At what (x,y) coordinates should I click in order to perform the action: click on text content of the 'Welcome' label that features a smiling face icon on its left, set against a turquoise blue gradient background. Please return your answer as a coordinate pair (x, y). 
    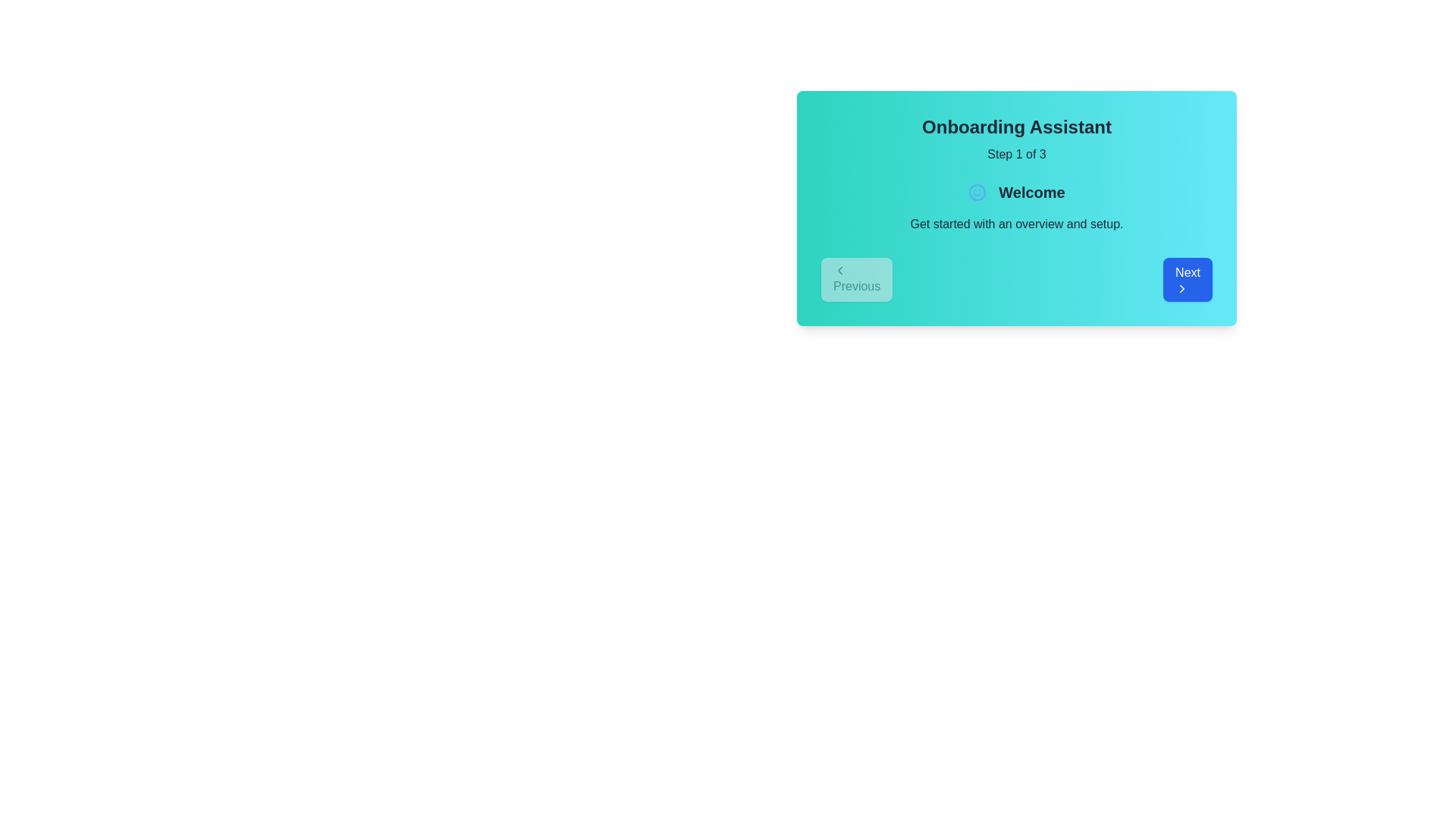
    Looking at the image, I should click on (1016, 192).